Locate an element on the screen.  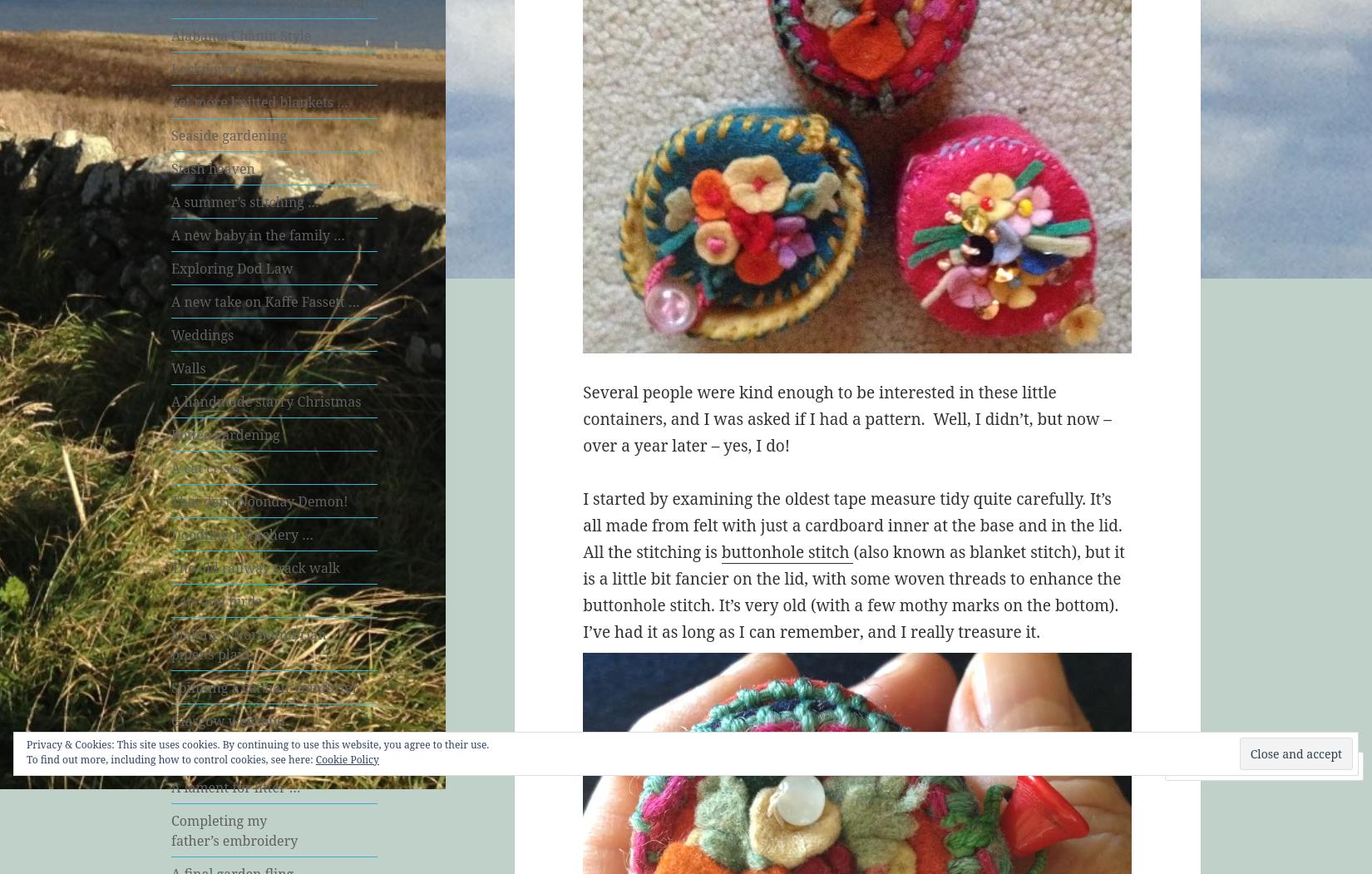
'Glasgow weekend' is located at coordinates (170, 719).